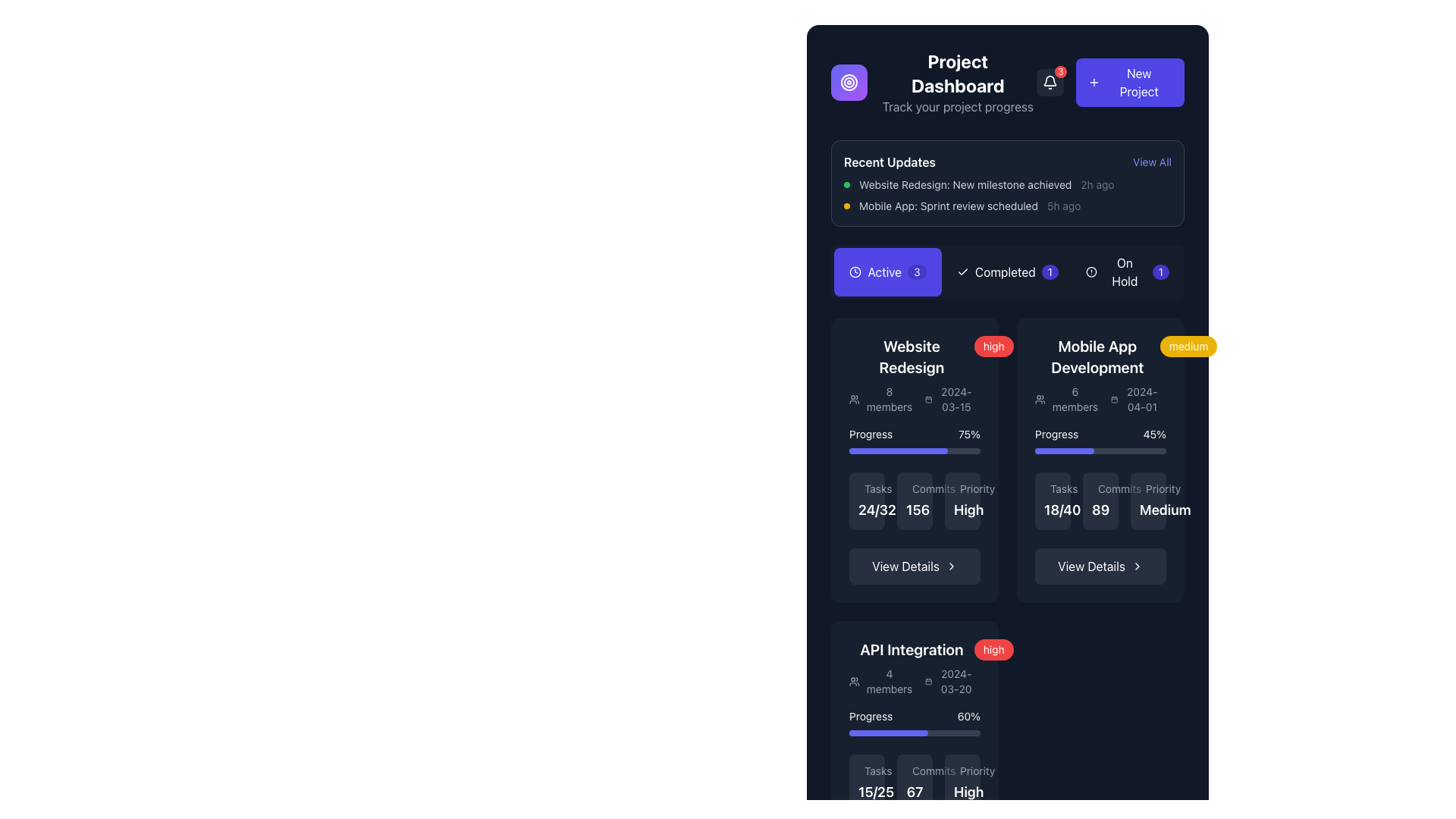  Describe the element at coordinates (881, 680) in the screenshot. I see `the '4 members' indicator within the 'API Integration' card` at that location.